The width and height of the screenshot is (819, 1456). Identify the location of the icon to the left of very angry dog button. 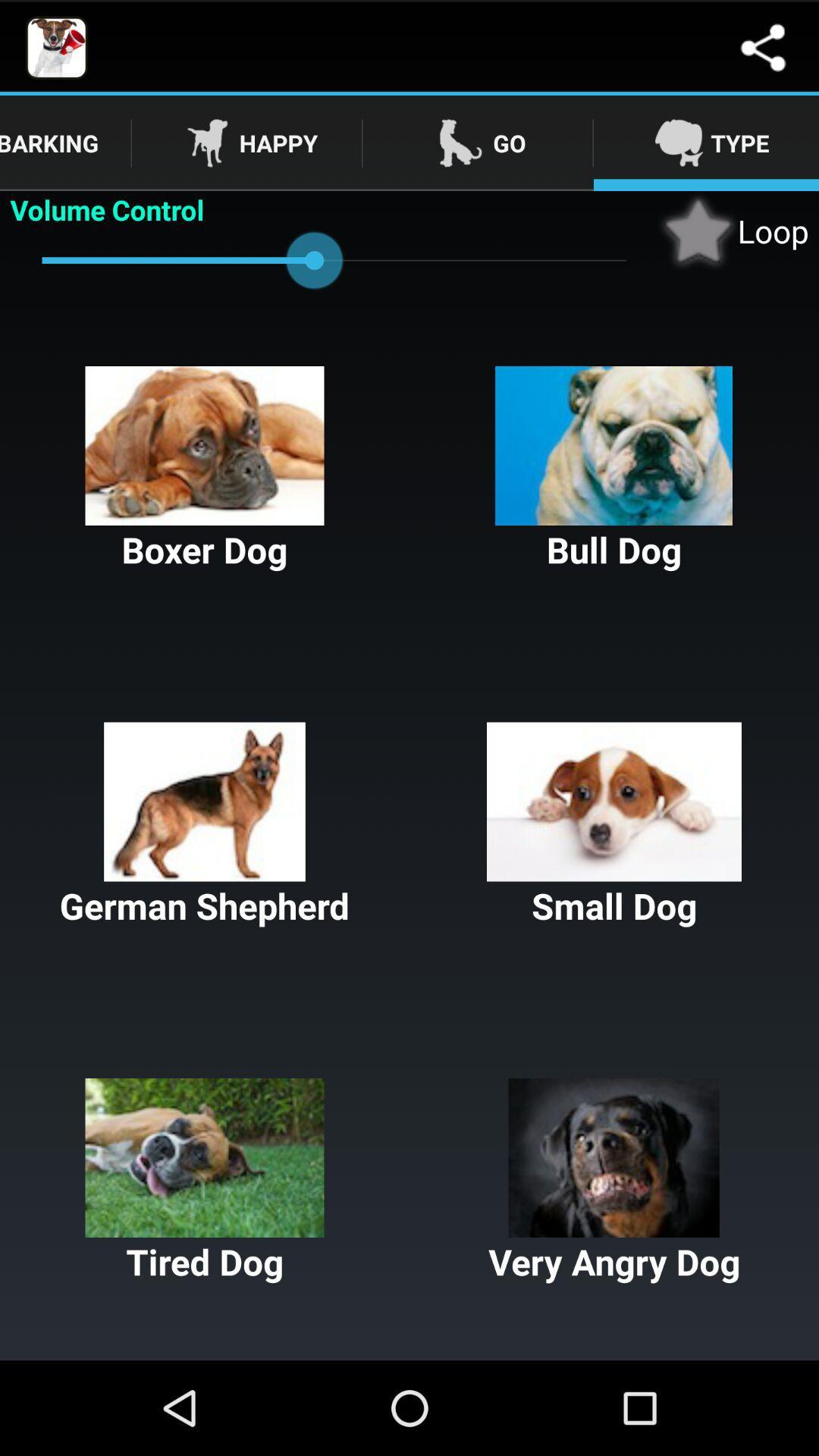
(205, 1181).